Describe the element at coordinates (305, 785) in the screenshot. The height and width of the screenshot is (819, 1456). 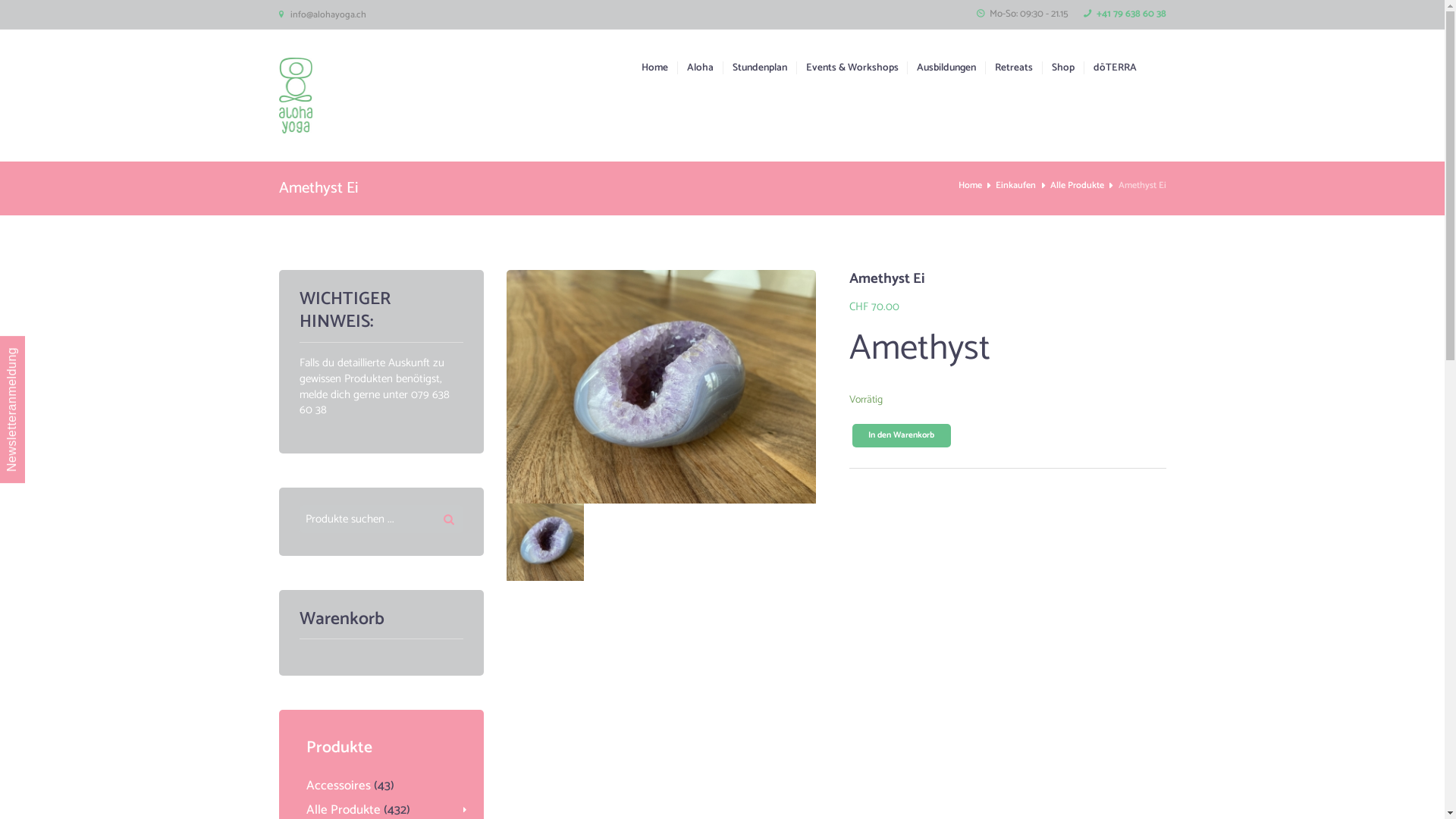
I see `'Accessoires'` at that location.